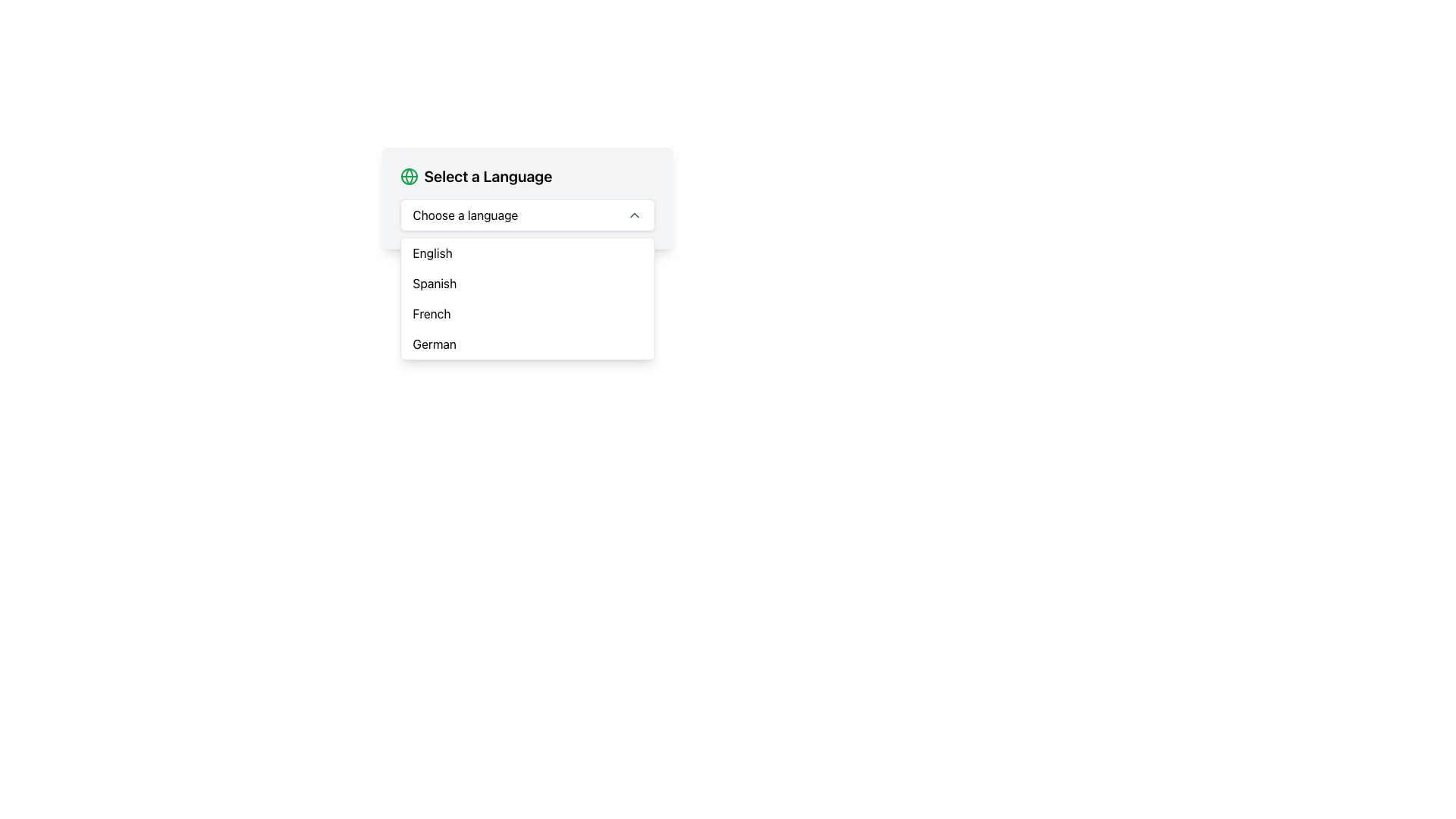 This screenshot has height=819, width=1456. I want to click on the fourth item in the dropdown list labeled 'Select a Language', which displays 'German' in black and turns light green on hover, so click(527, 344).